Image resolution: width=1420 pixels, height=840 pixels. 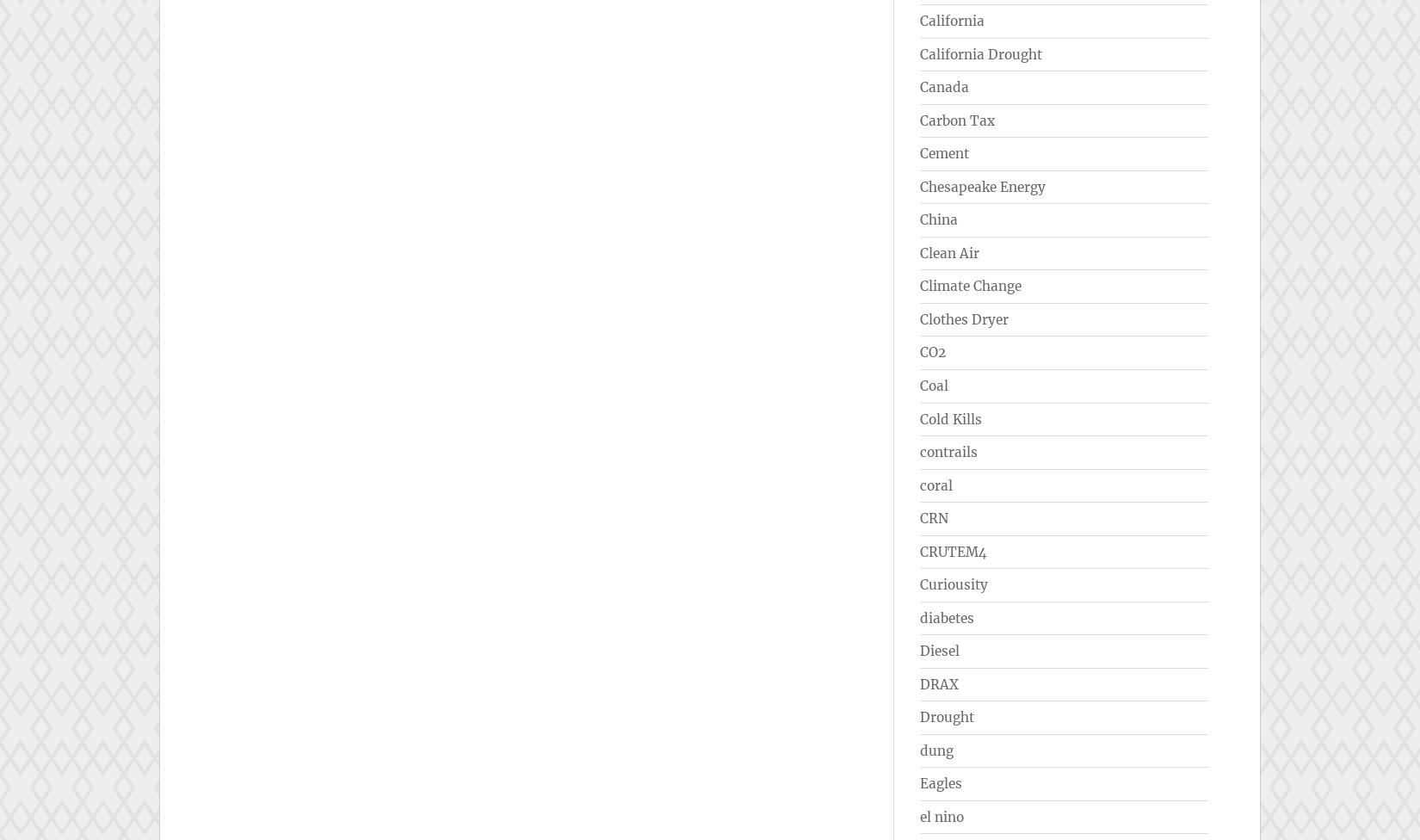 I want to click on 'Climate Change', so click(x=970, y=286).